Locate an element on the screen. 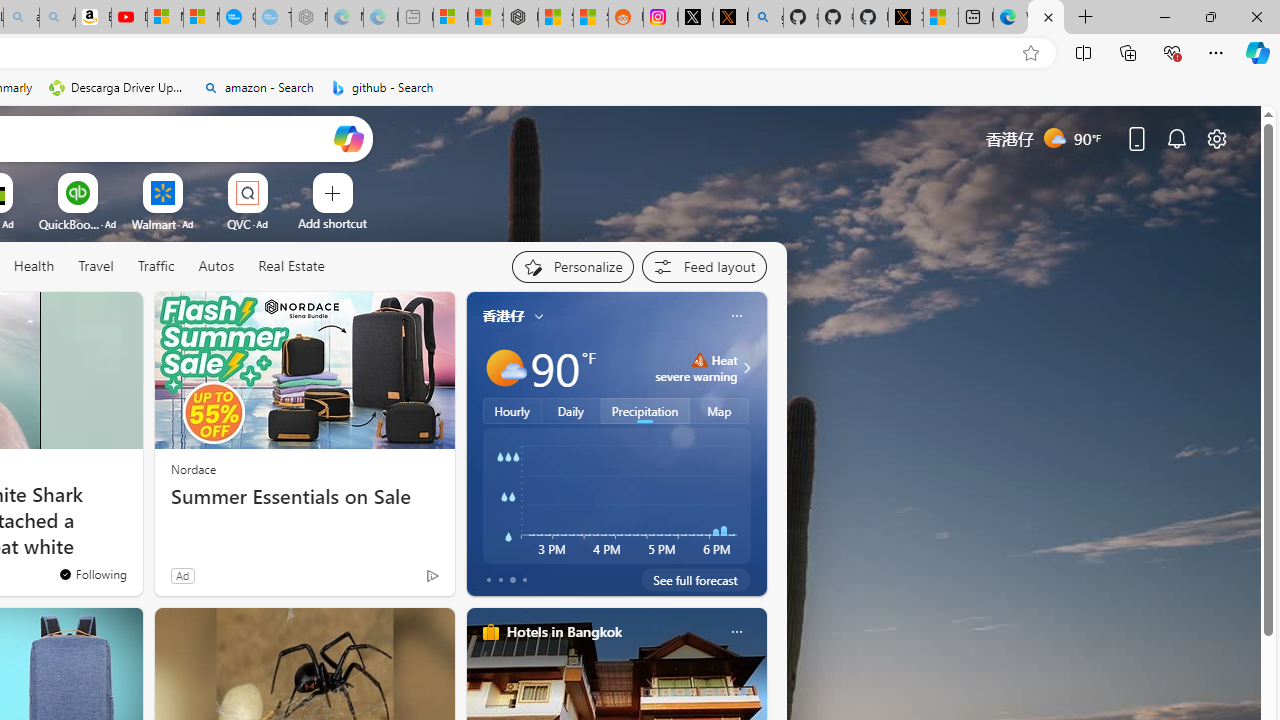  'Add a site' is located at coordinates (332, 223).